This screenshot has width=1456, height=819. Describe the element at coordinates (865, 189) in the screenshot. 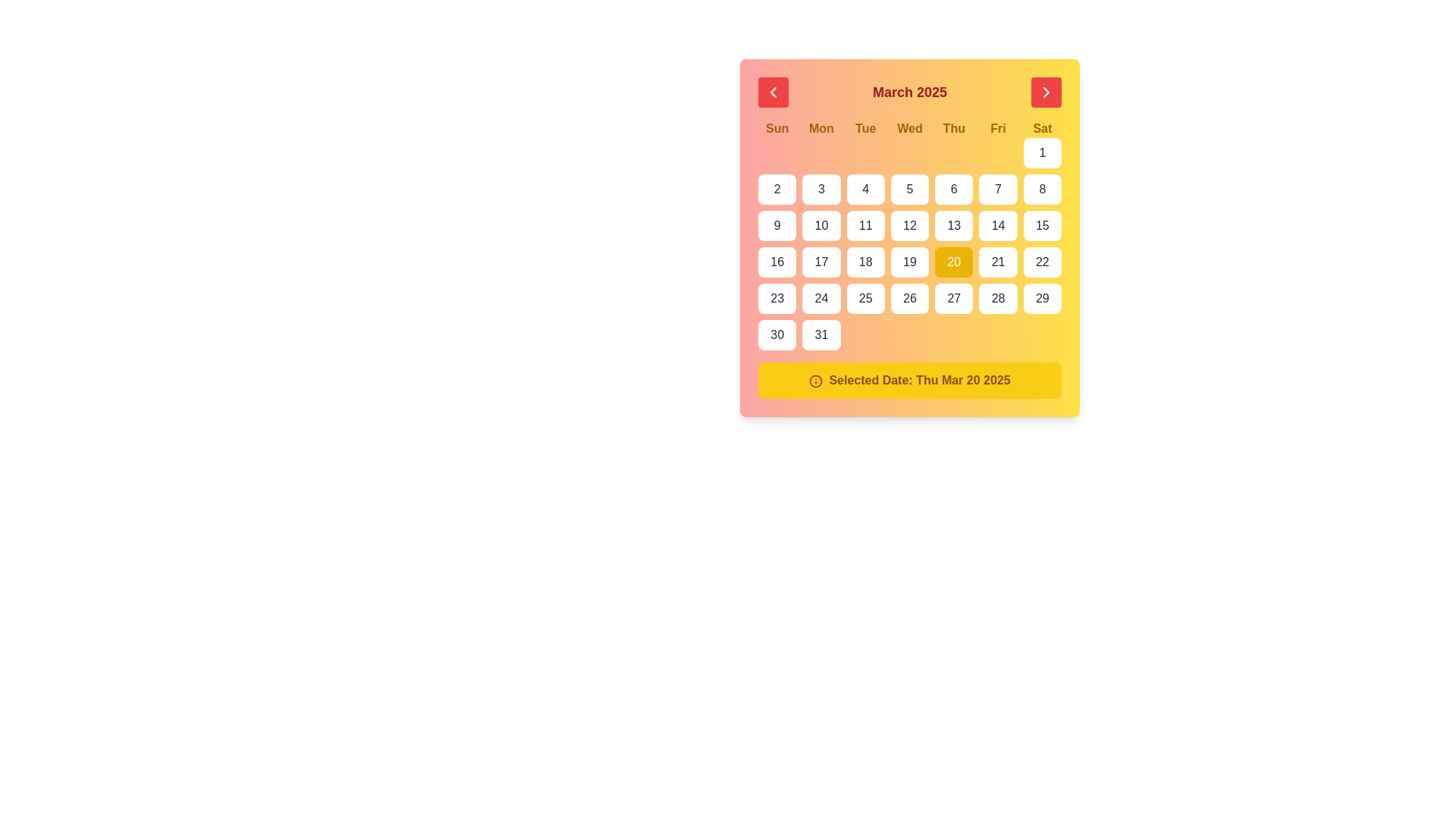

I see `the button displaying the number '4' in bold, dark font, located in the first row of date buttons in the calendar grid layout` at that location.